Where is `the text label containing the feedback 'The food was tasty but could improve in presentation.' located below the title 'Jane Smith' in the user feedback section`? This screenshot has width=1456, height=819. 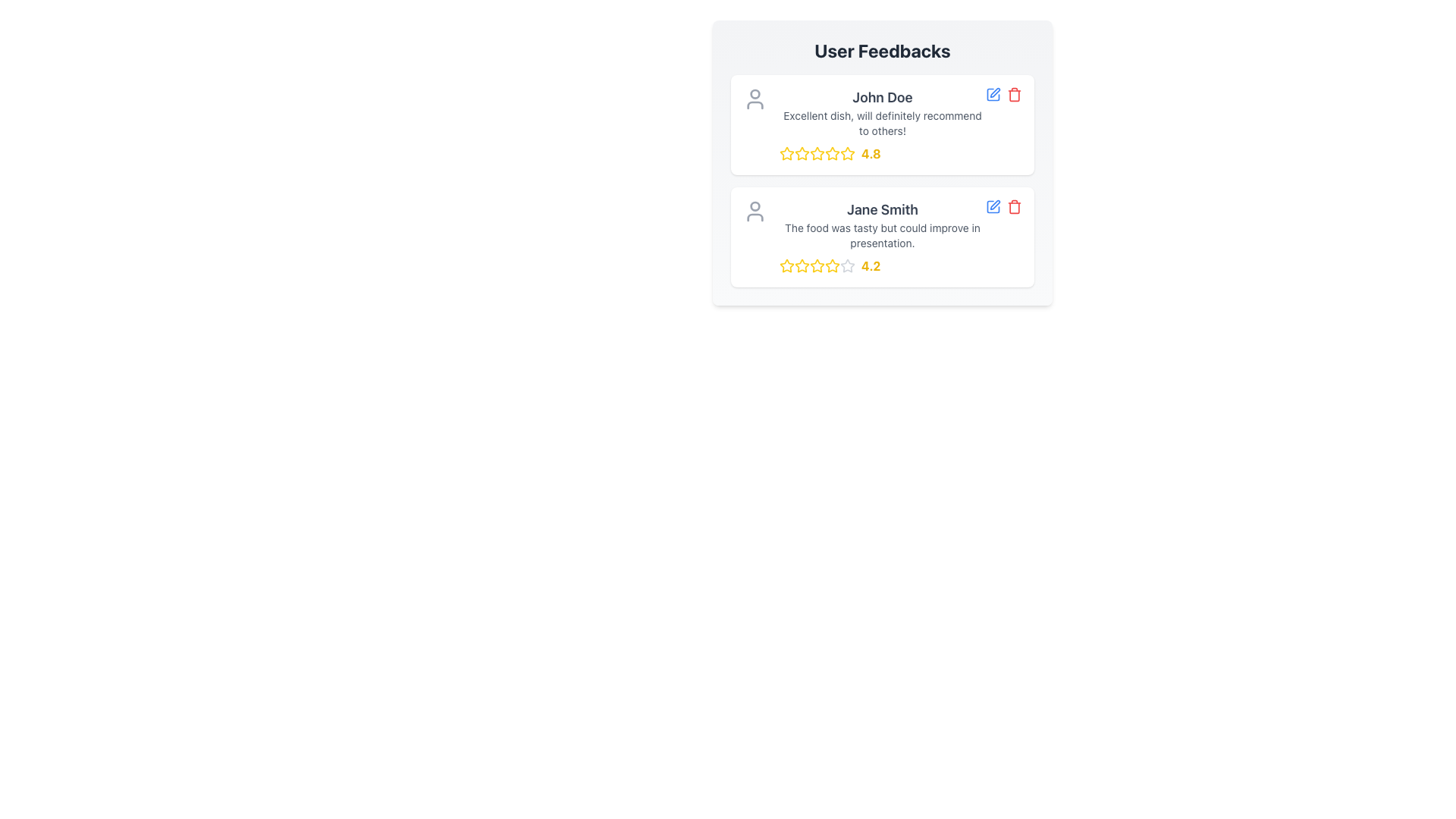 the text label containing the feedback 'The food was tasty but could improve in presentation.' located below the title 'Jane Smith' in the user feedback section is located at coordinates (882, 236).